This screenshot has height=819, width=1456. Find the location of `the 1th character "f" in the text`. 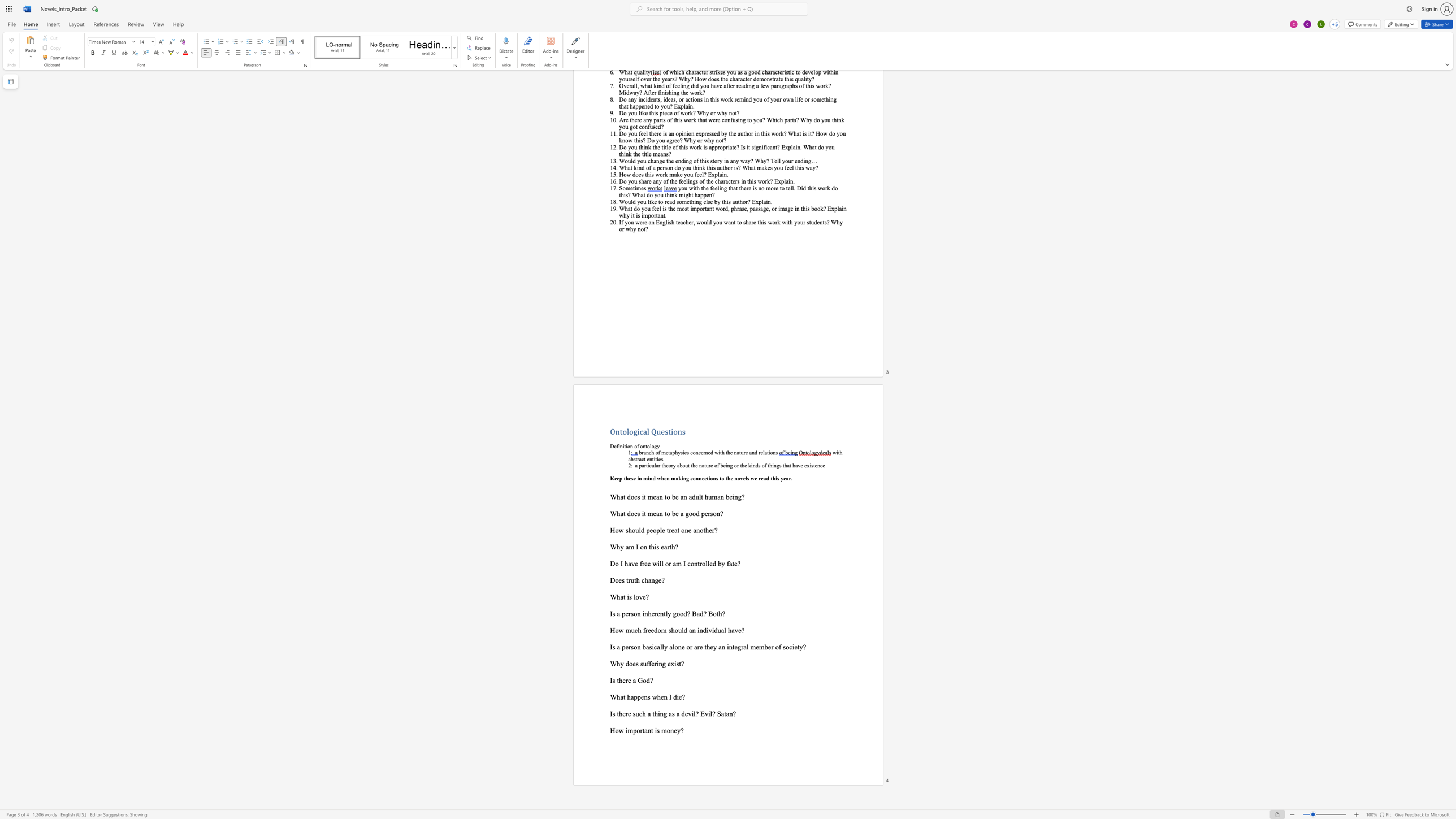

the 1th character "f" in the text is located at coordinates (643, 630).